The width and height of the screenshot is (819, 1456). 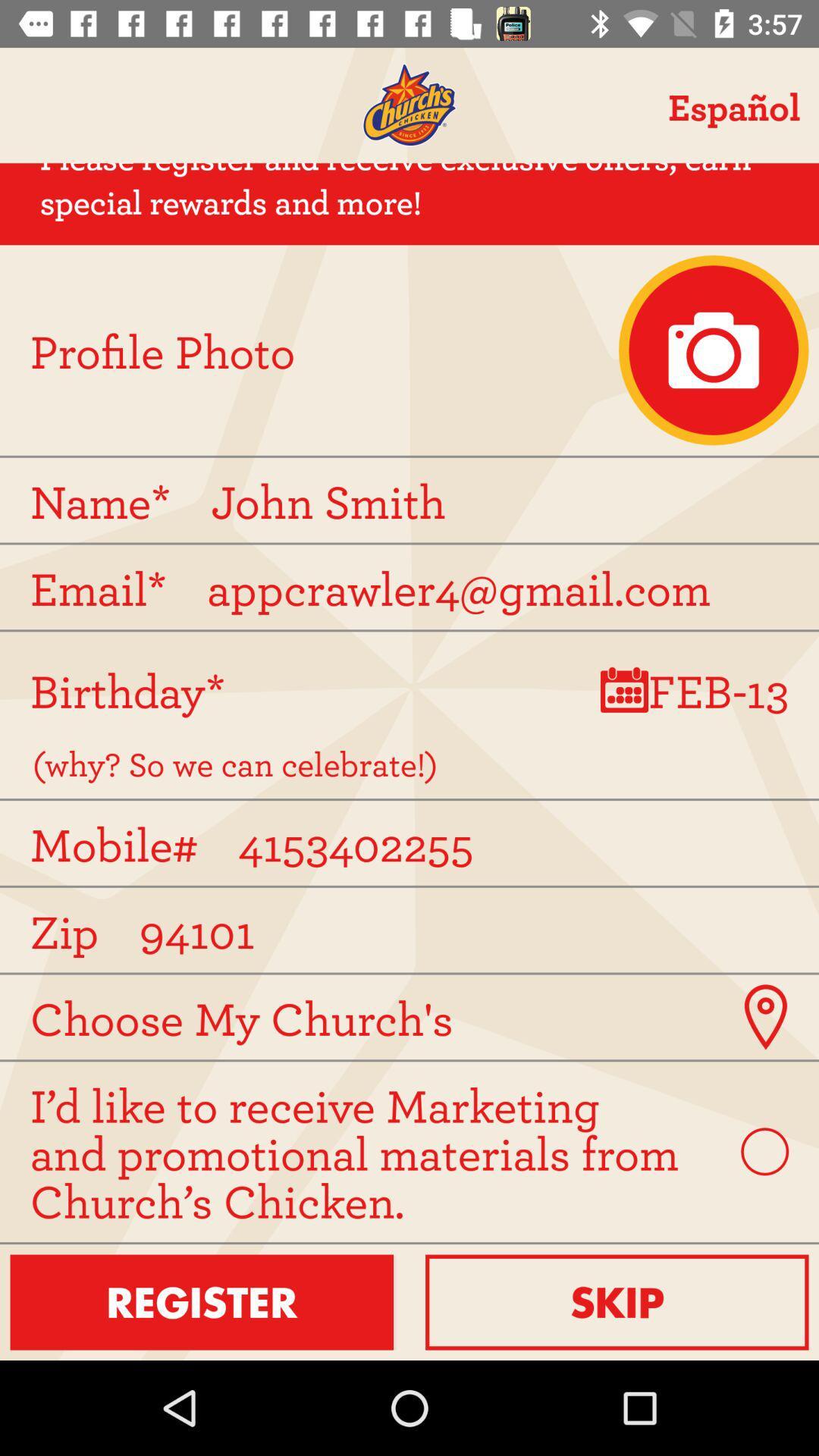 What do you see at coordinates (409, 104) in the screenshot?
I see `homepage` at bounding box center [409, 104].